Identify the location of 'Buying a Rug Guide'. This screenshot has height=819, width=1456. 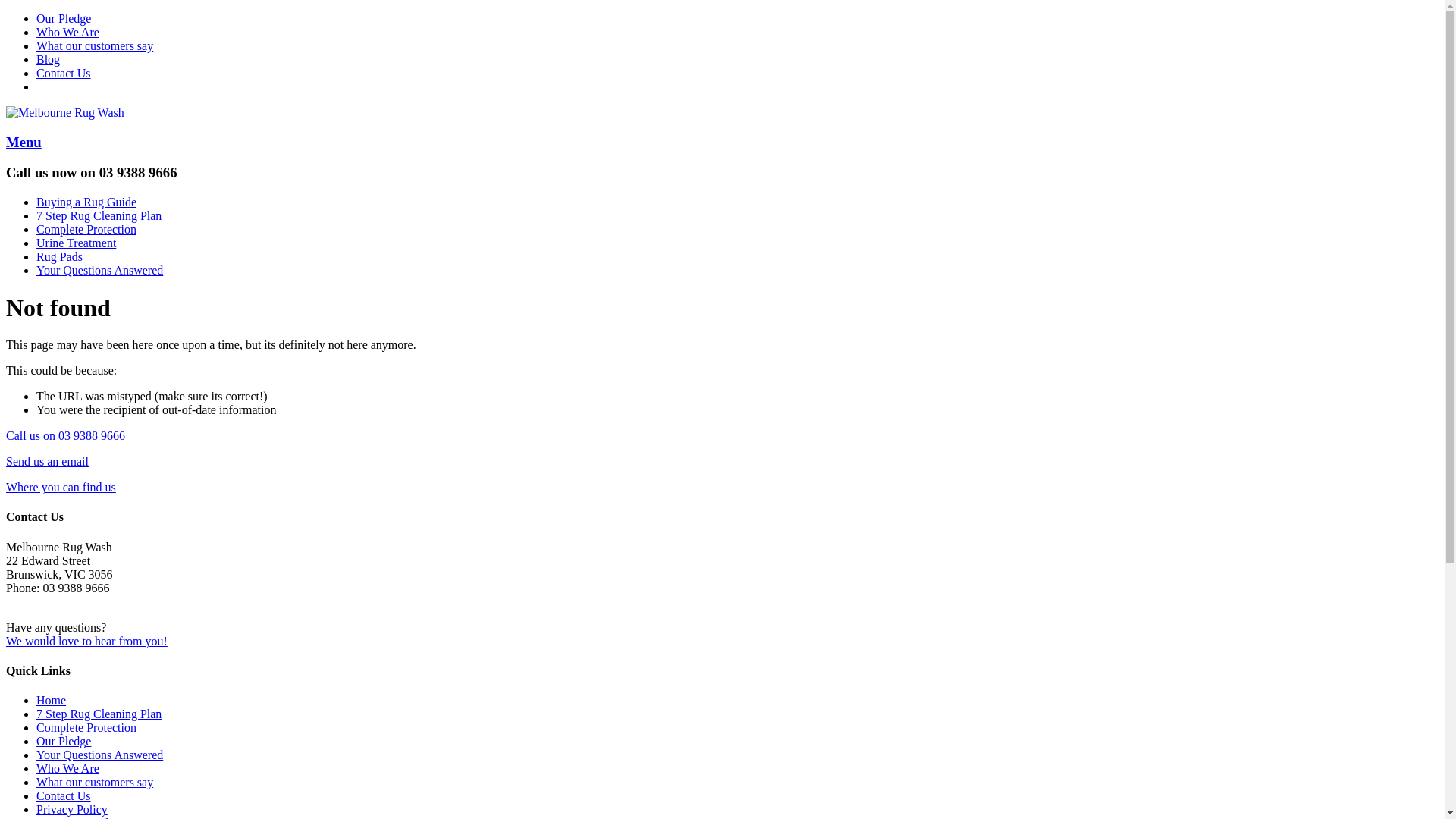
(86, 201).